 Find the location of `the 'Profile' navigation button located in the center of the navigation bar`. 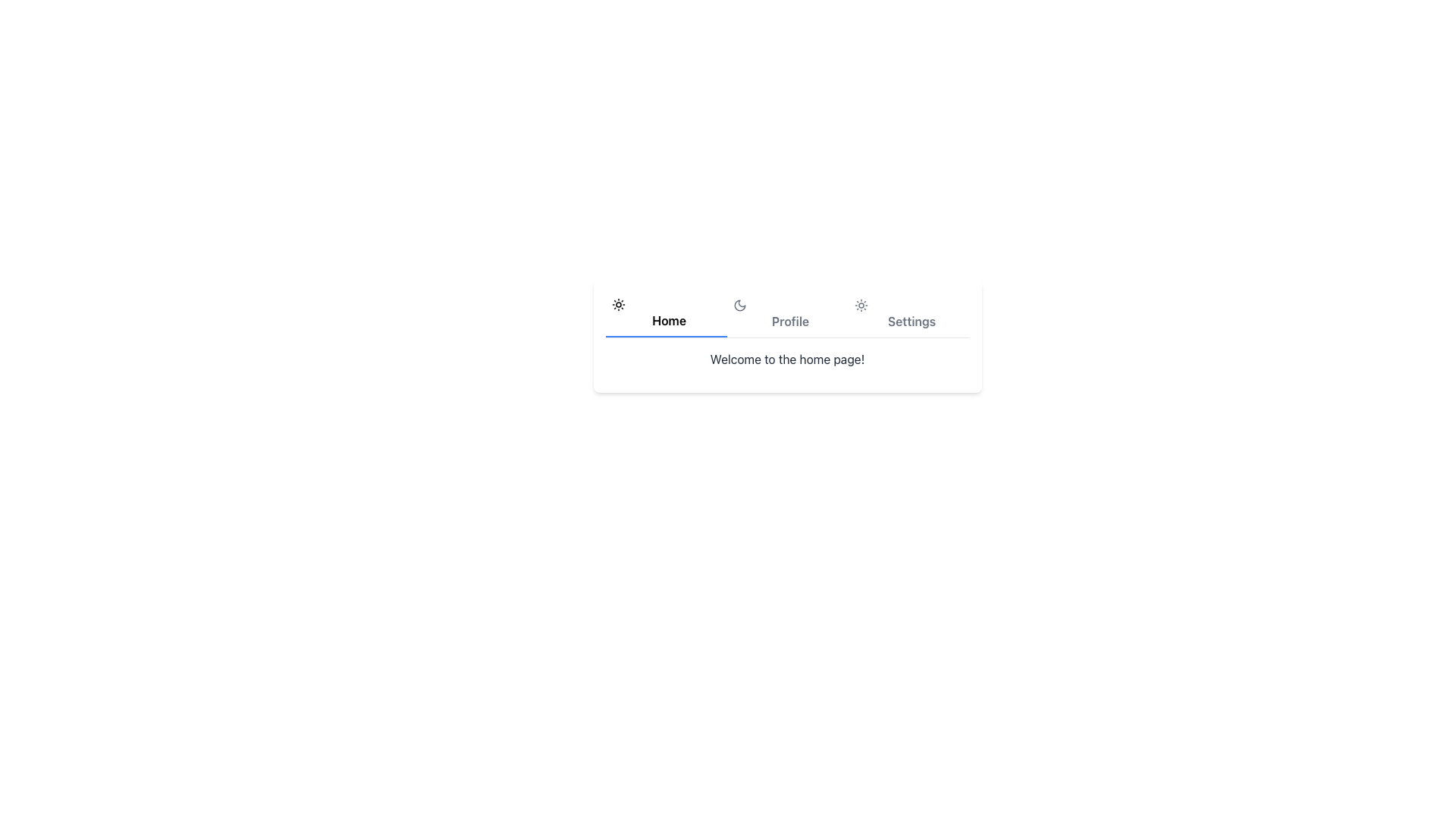

the 'Profile' navigation button located in the center of the navigation bar is located at coordinates (787, 314).